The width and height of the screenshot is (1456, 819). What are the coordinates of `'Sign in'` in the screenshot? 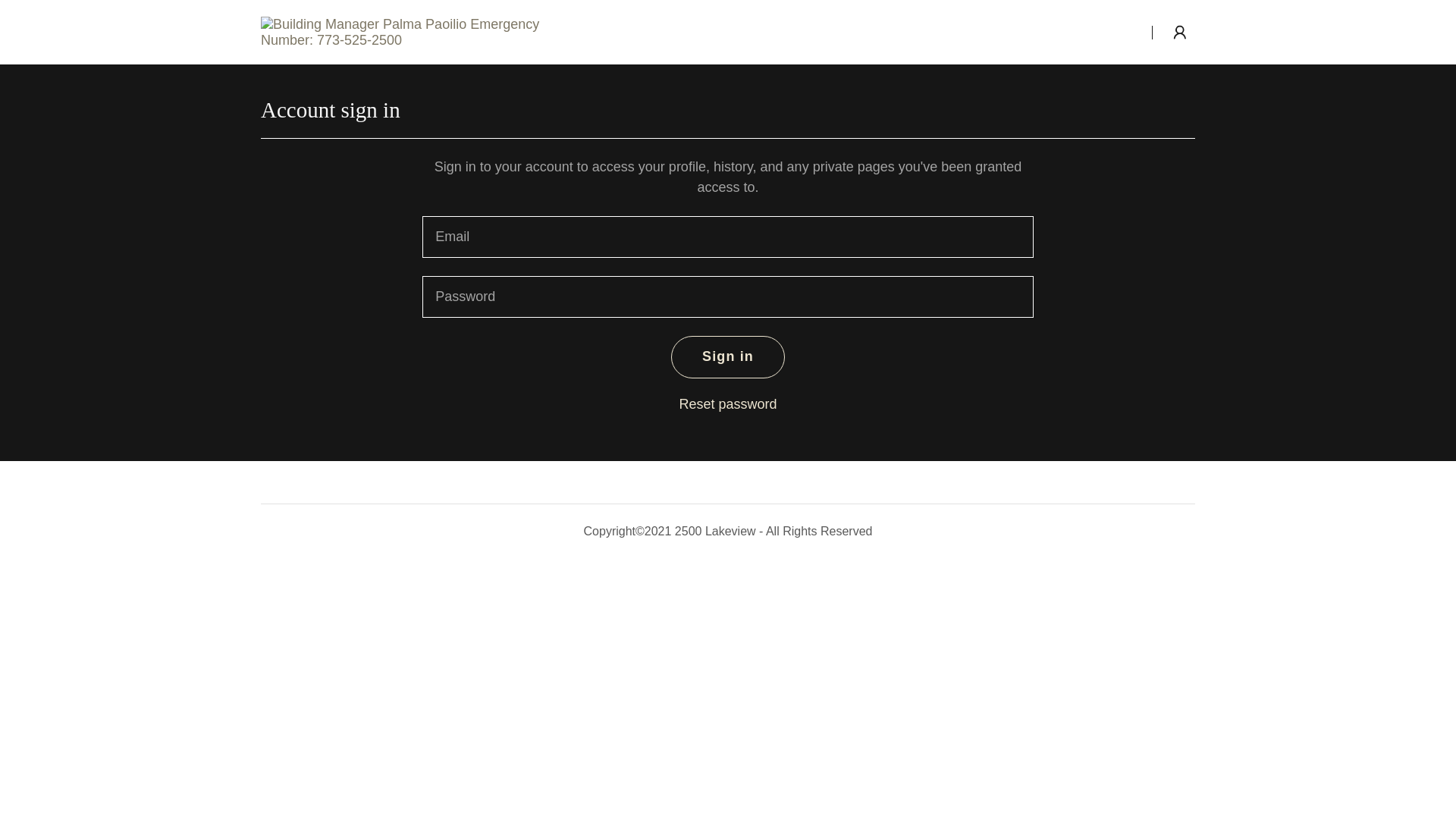 It's located at (728, 356).